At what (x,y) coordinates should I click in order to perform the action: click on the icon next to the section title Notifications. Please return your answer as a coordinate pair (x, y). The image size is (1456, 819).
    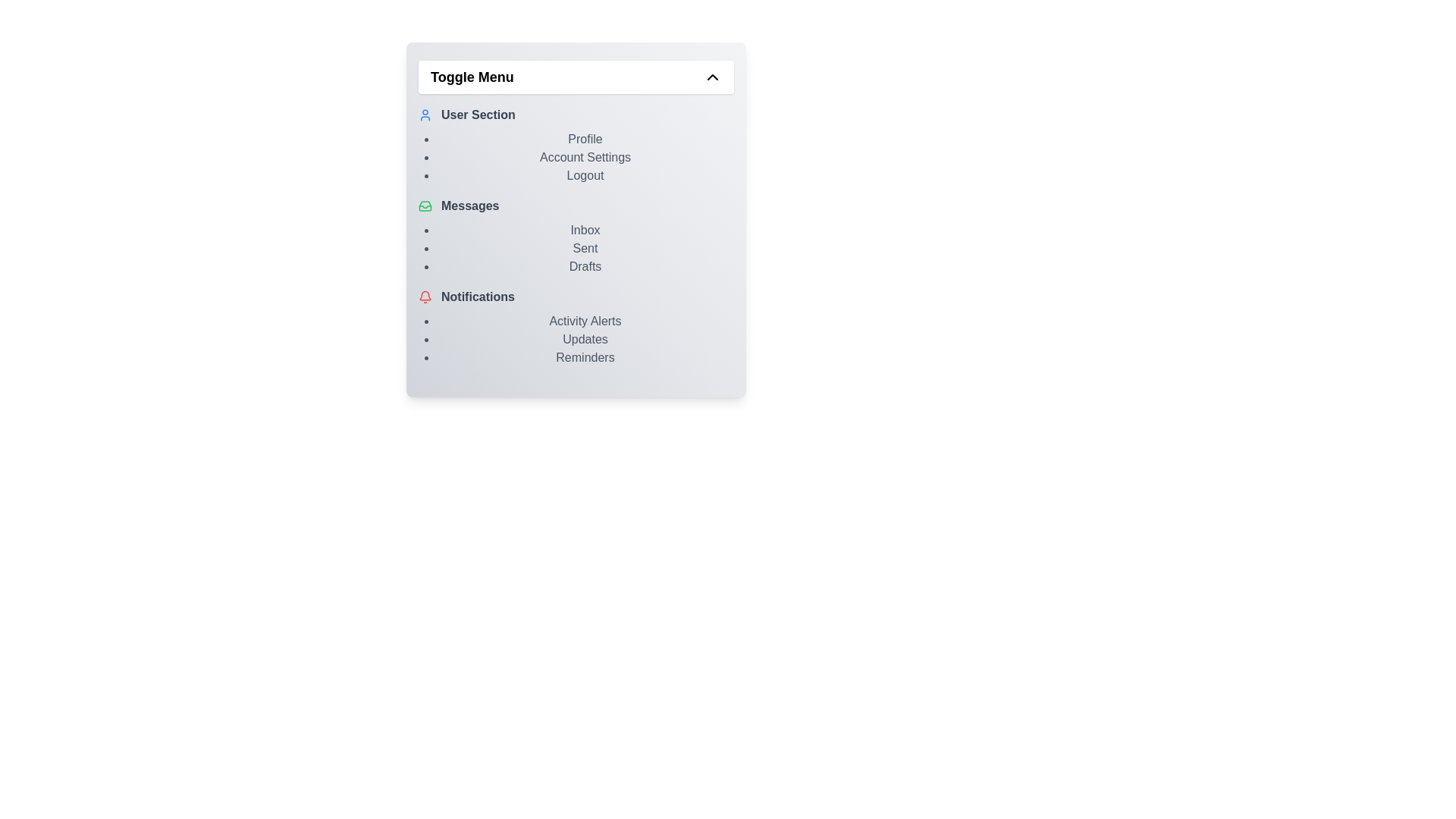
    Looking at the image, I should click on (425, 297).